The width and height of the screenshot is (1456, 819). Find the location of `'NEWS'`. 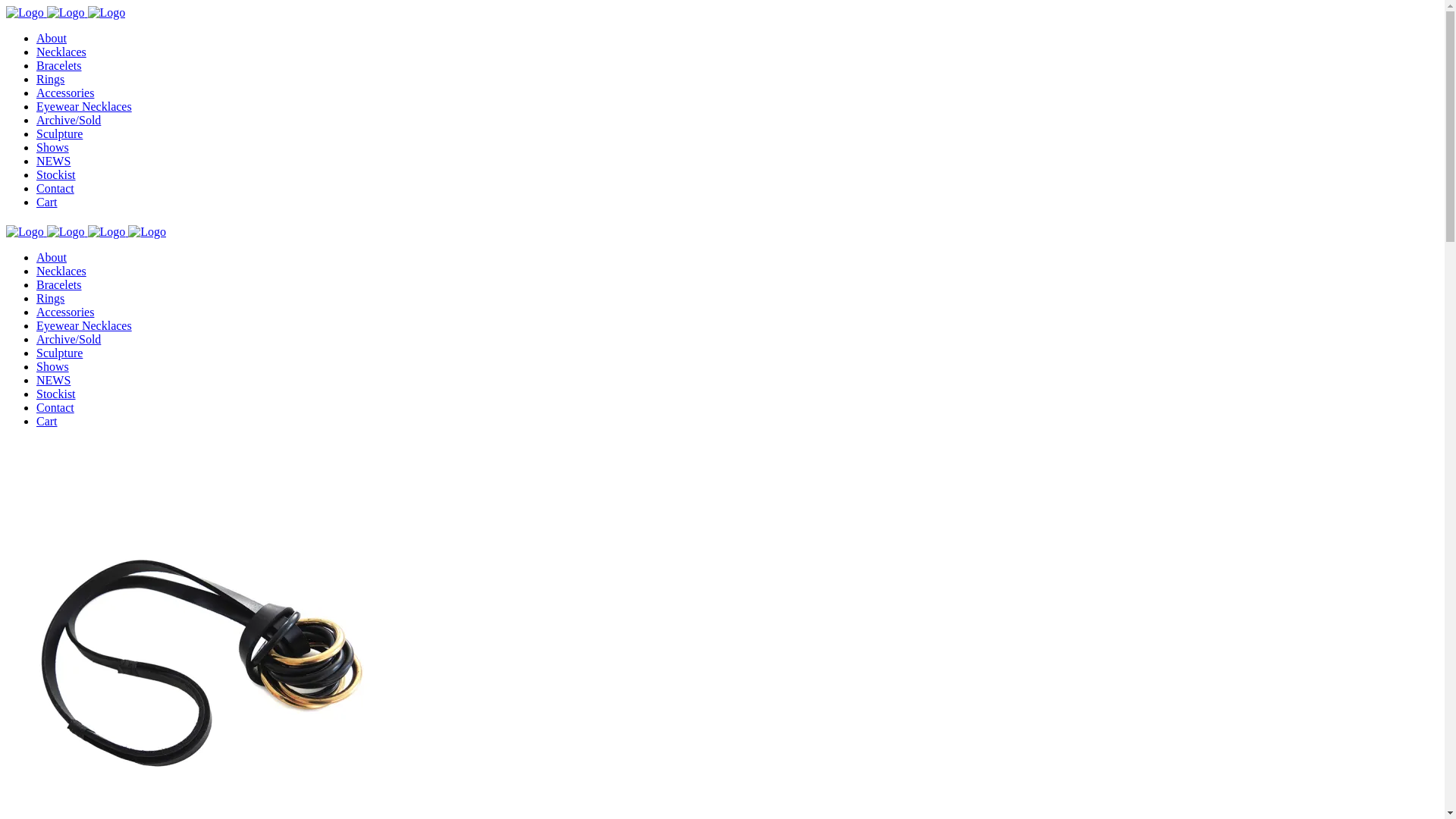

'NEWS' is located at coordinates (53, 379).